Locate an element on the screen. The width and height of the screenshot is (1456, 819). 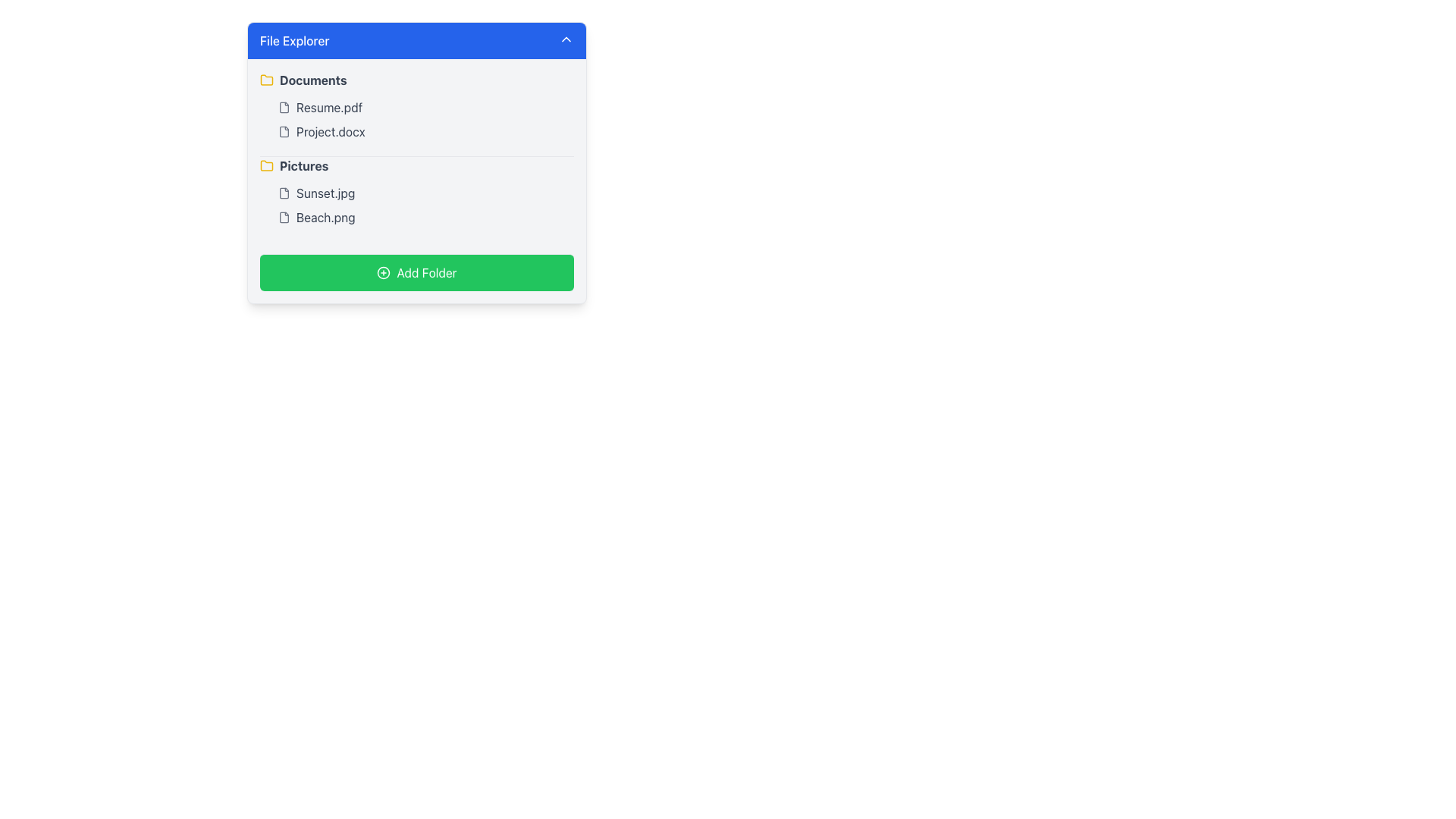
the text label representing the file 'Resume.pdf' located in the Documents section of the file explorer is located at coordinates (328, 107).